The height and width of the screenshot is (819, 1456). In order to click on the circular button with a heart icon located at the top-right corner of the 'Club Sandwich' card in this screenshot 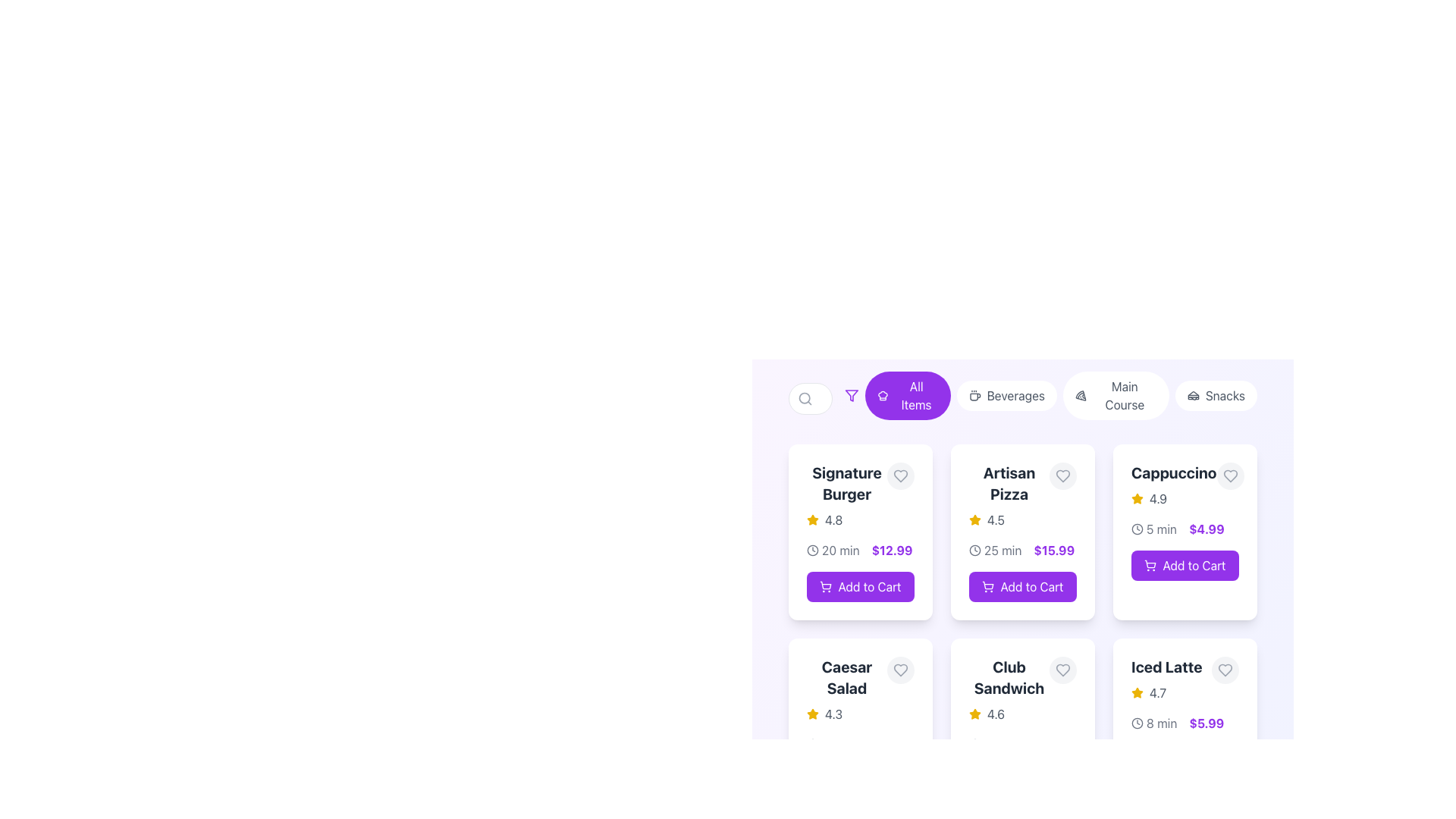, I will do `click(1062, 669)`.